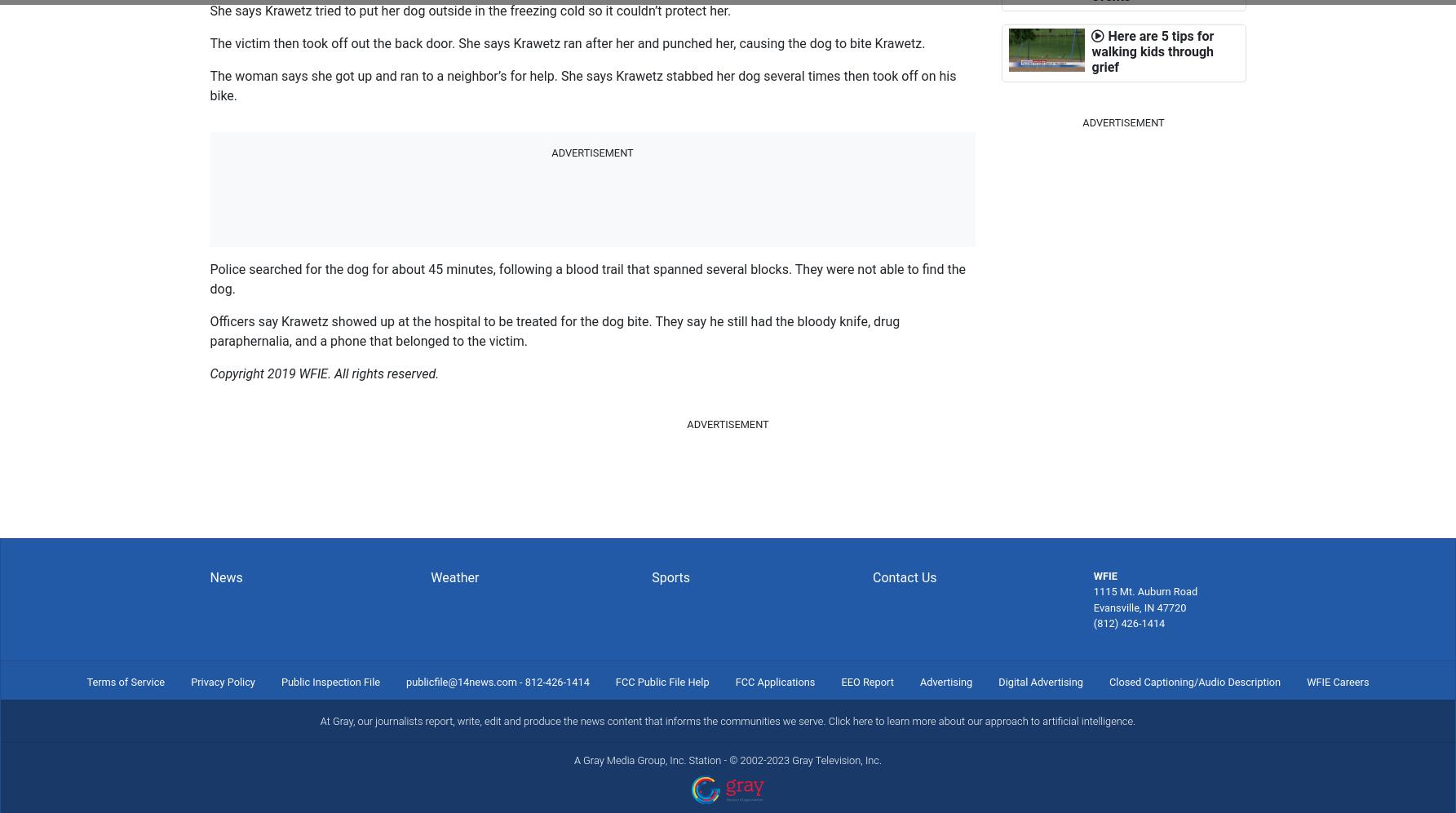 The image size is (1456, 813). I want to click on 'WFIE', so click(1092, 575).